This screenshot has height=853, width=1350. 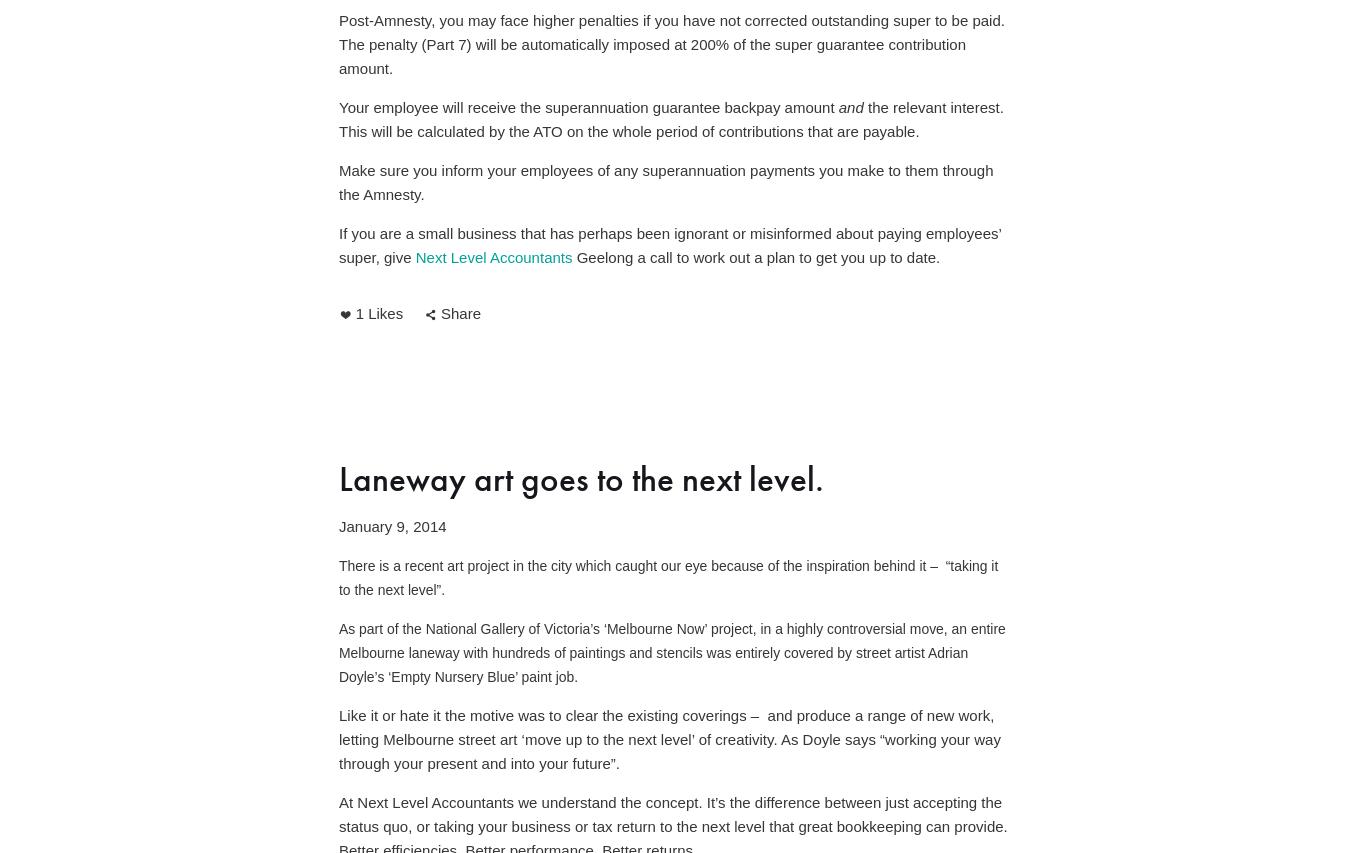 I want to click on 'If you are a small business that has perhaps been ignorant or misinformed about paying employees’ super, give', so click(x=338, y=245).